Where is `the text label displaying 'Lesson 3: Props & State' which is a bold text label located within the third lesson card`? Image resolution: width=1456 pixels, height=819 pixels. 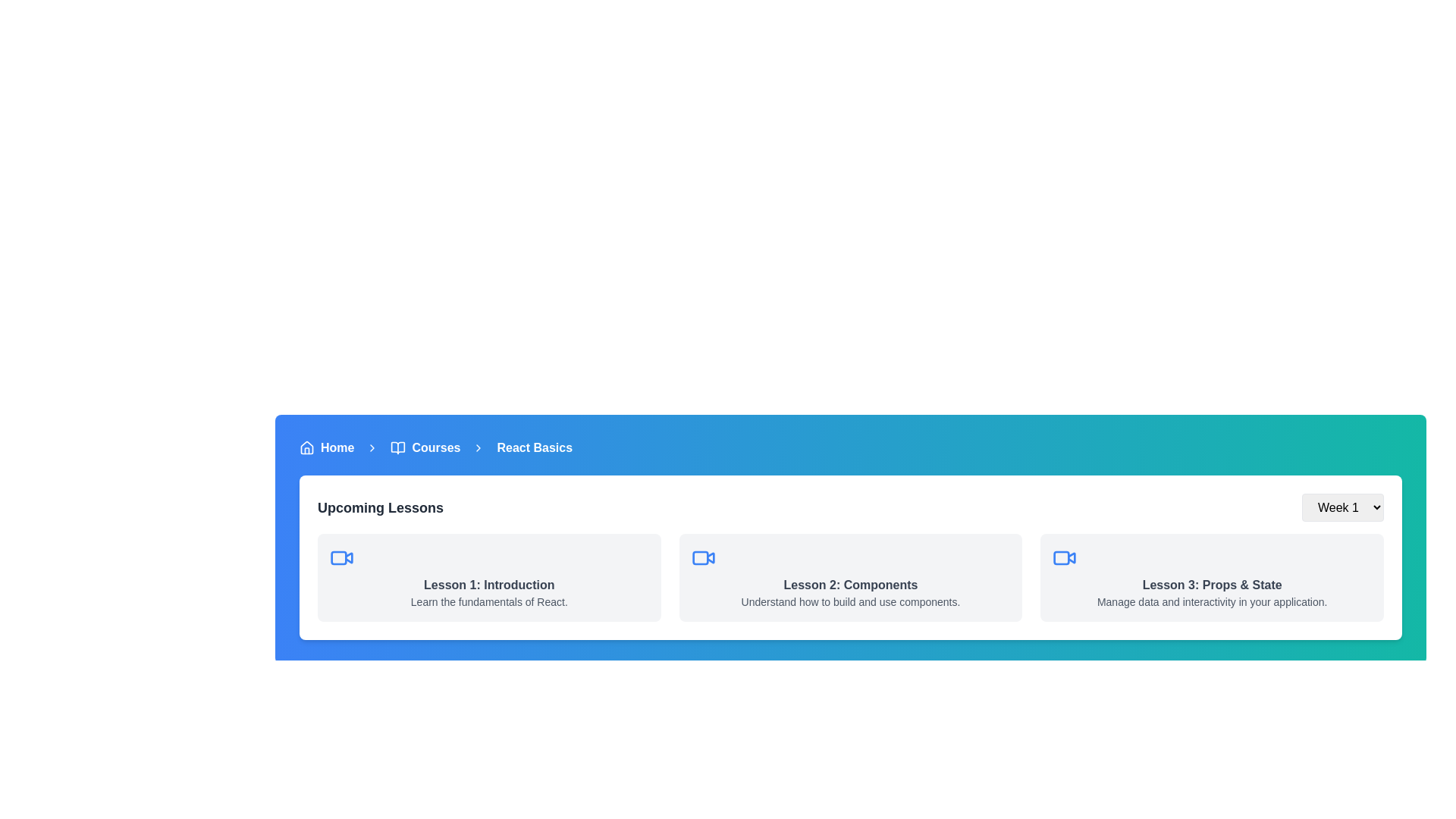
the text label displaying 'Lesson 3: Props & State' which is a bold text label located within the third lesson card is located at coordinates (1211, 584).